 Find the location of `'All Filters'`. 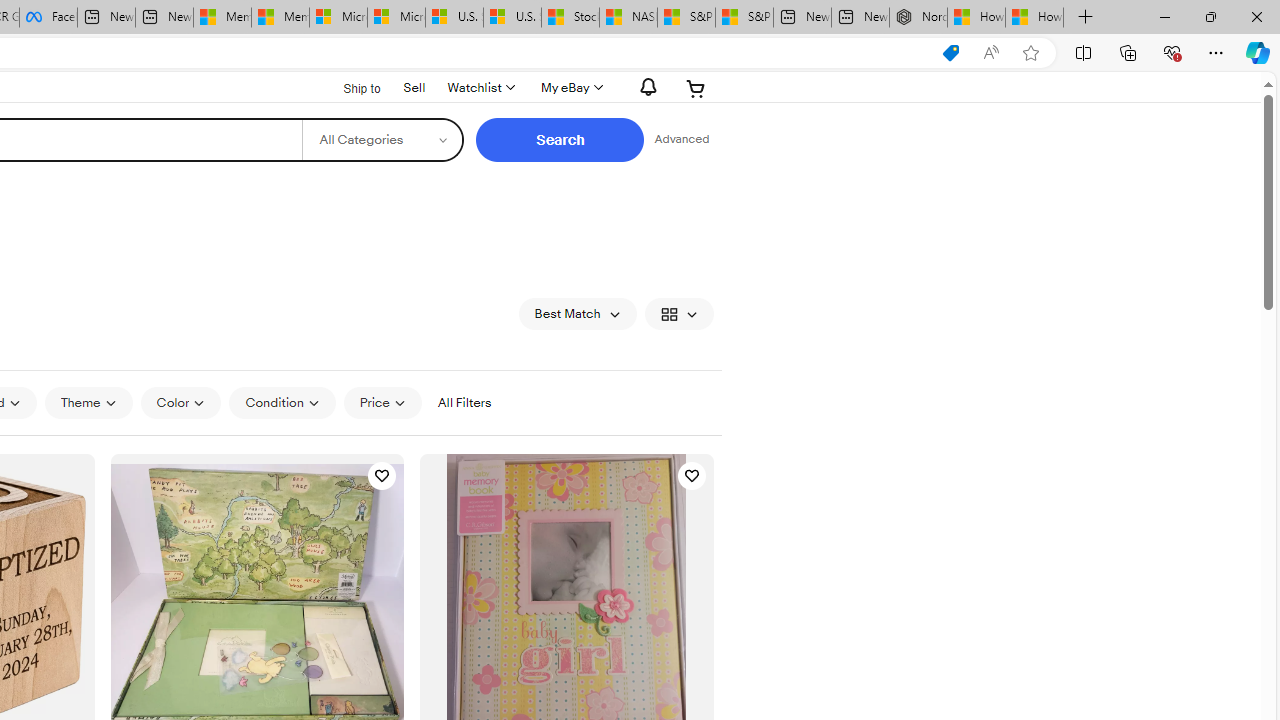

'All Filters' is located at coordinates (463, 403).